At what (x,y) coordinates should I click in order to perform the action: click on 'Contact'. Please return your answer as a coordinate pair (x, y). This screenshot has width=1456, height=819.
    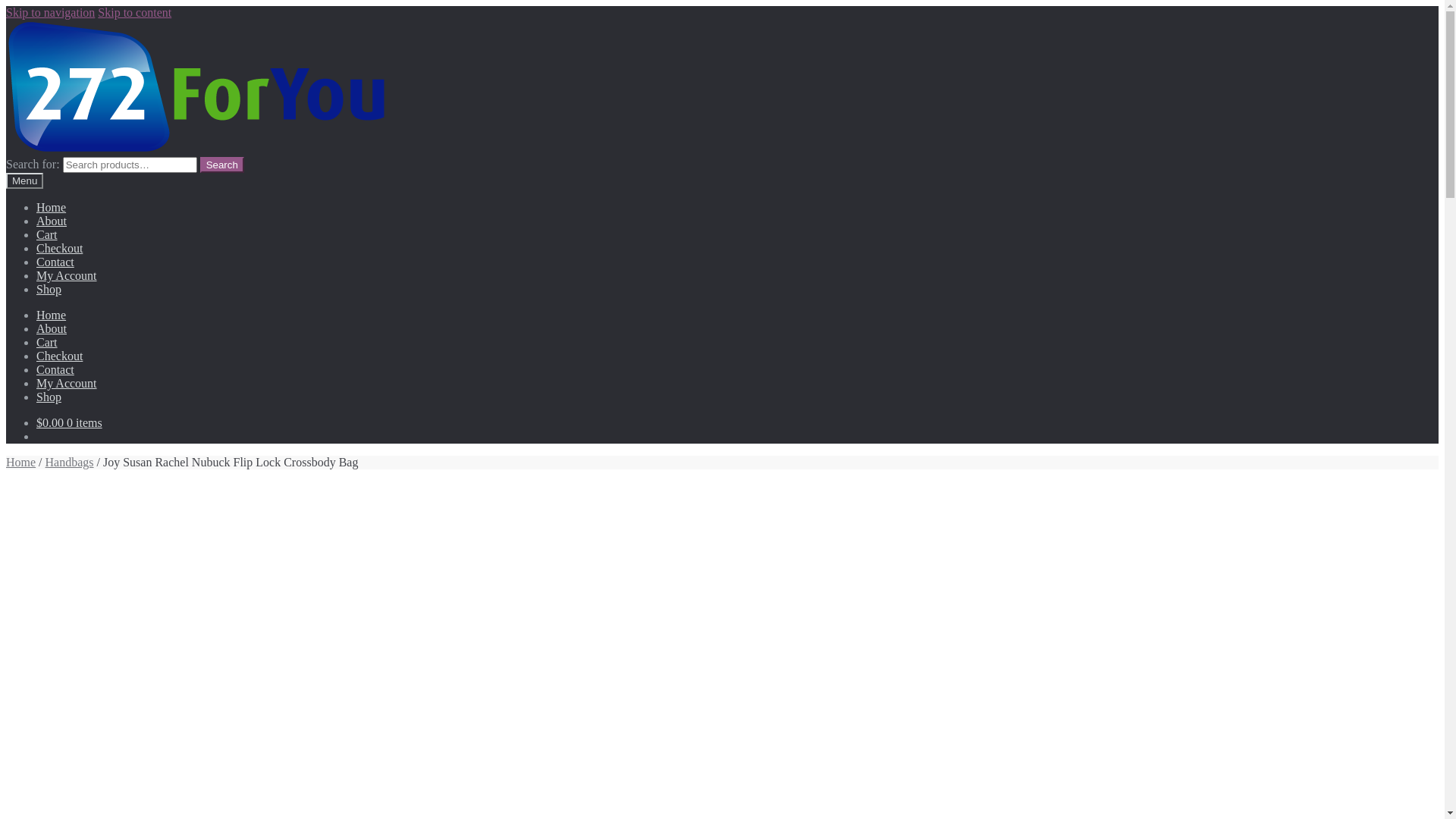
    Looking at the image, I should click on (55, 369).